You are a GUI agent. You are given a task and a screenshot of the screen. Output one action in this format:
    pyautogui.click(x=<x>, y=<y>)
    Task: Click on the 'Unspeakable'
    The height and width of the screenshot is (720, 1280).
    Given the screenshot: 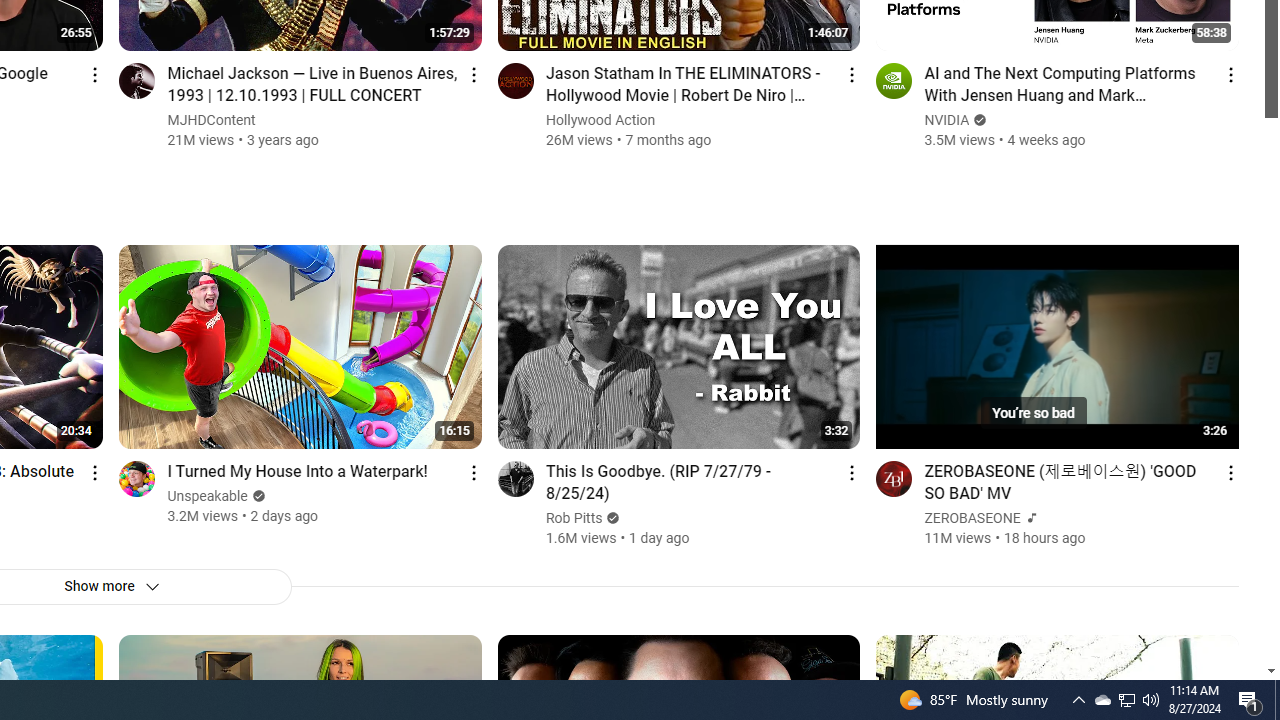 What is the action you would take?
    pyautogui.click(x=208, y=495)
    